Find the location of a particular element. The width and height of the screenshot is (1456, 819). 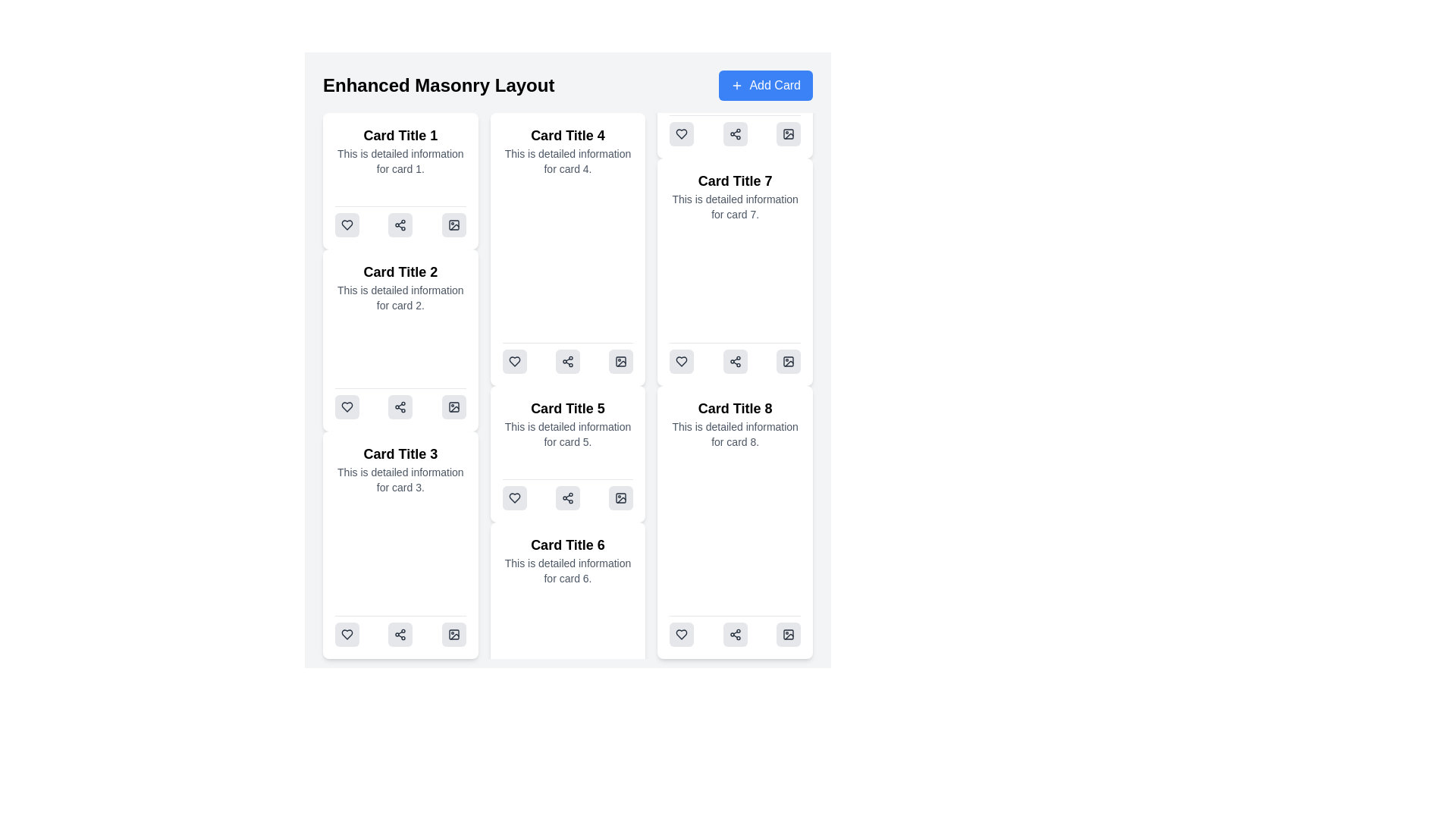

the icon resembling a picture frame located at the bottom-right corner of the card labeled 'Card Title 3' to initiate the image-related action is located at coordinates (453, 635).